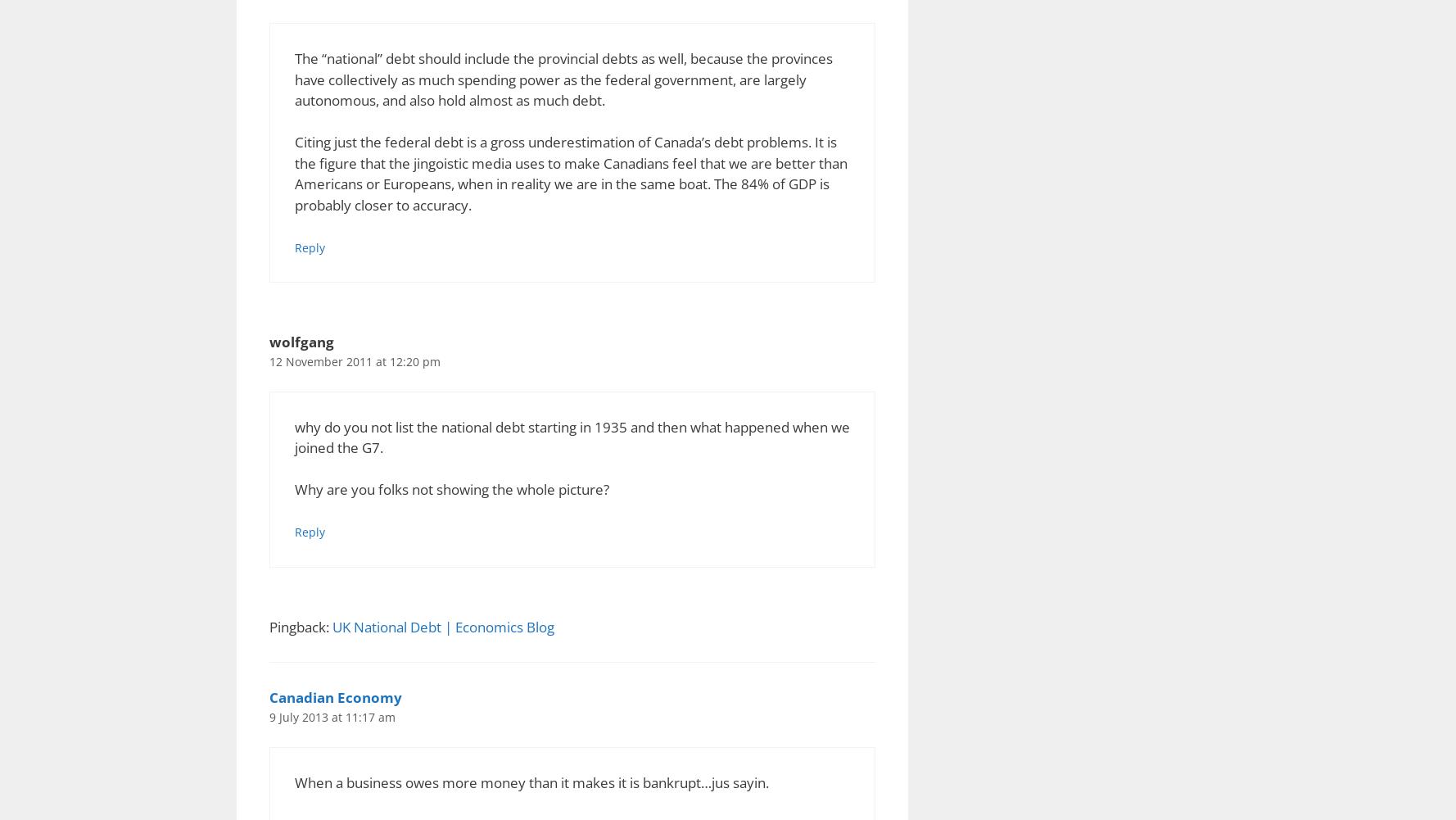 The height and width of the screenshot is (820, 1456). I want to click on 'When a business owes more money than it makes it is bankrupt…jus sayin.', so click(531, 781).